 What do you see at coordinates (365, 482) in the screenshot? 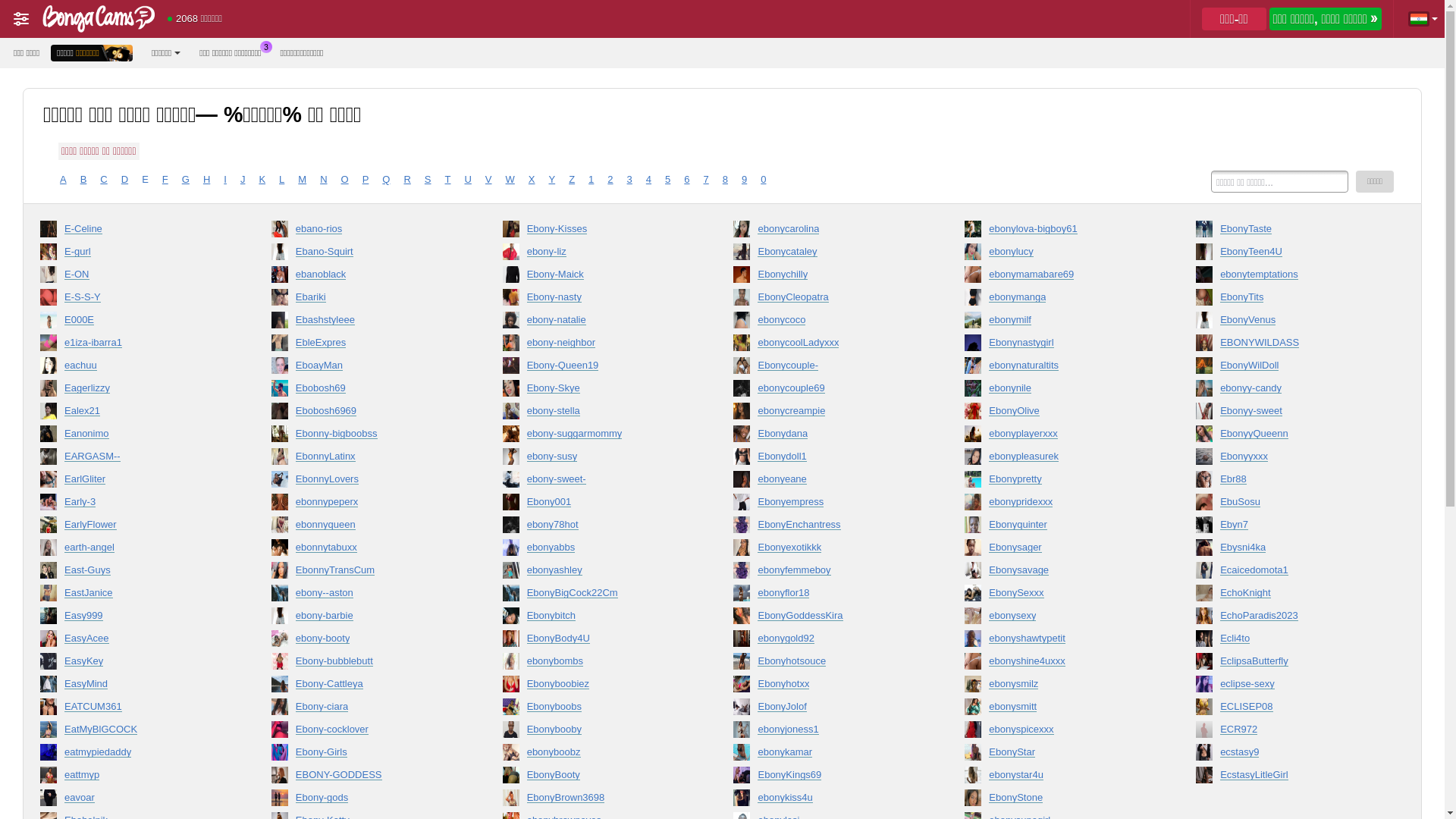
I see `'EbonnyLovers'` at bounding box center [365, 482].